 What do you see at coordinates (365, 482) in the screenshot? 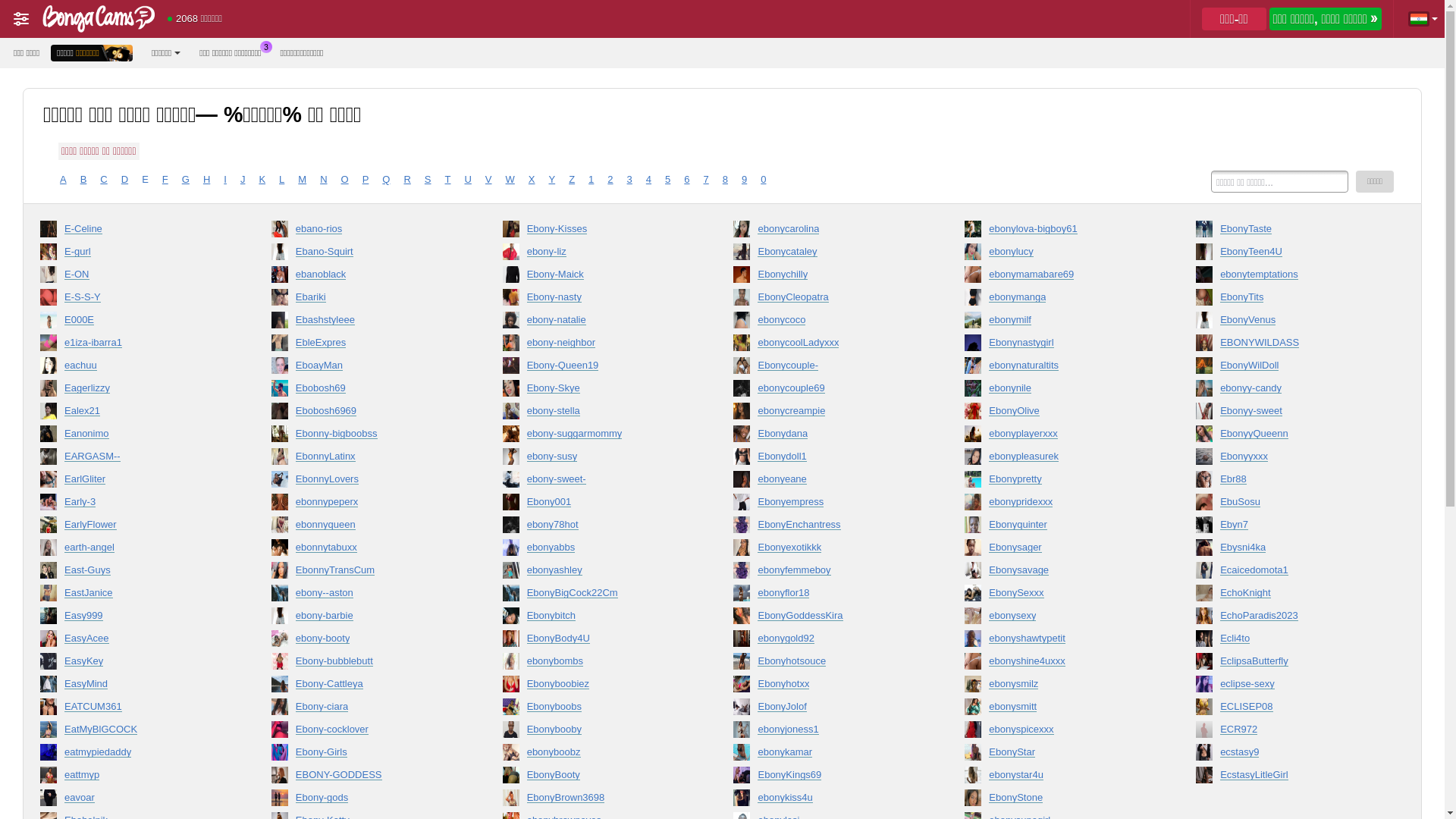
I see `'EbonnyLovers'` at bounding box center [365, 482].